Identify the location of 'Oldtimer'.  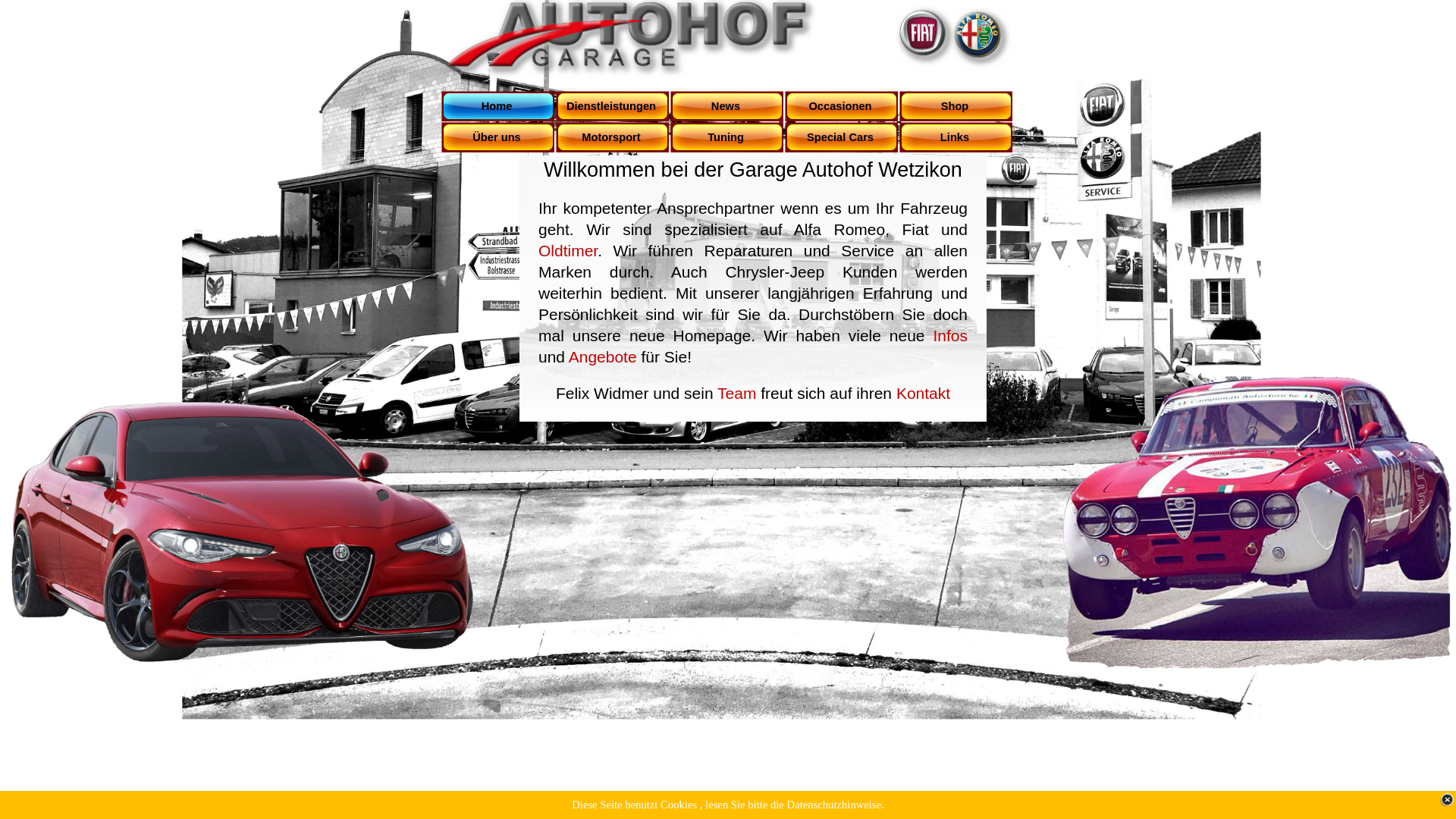
(566, 249).